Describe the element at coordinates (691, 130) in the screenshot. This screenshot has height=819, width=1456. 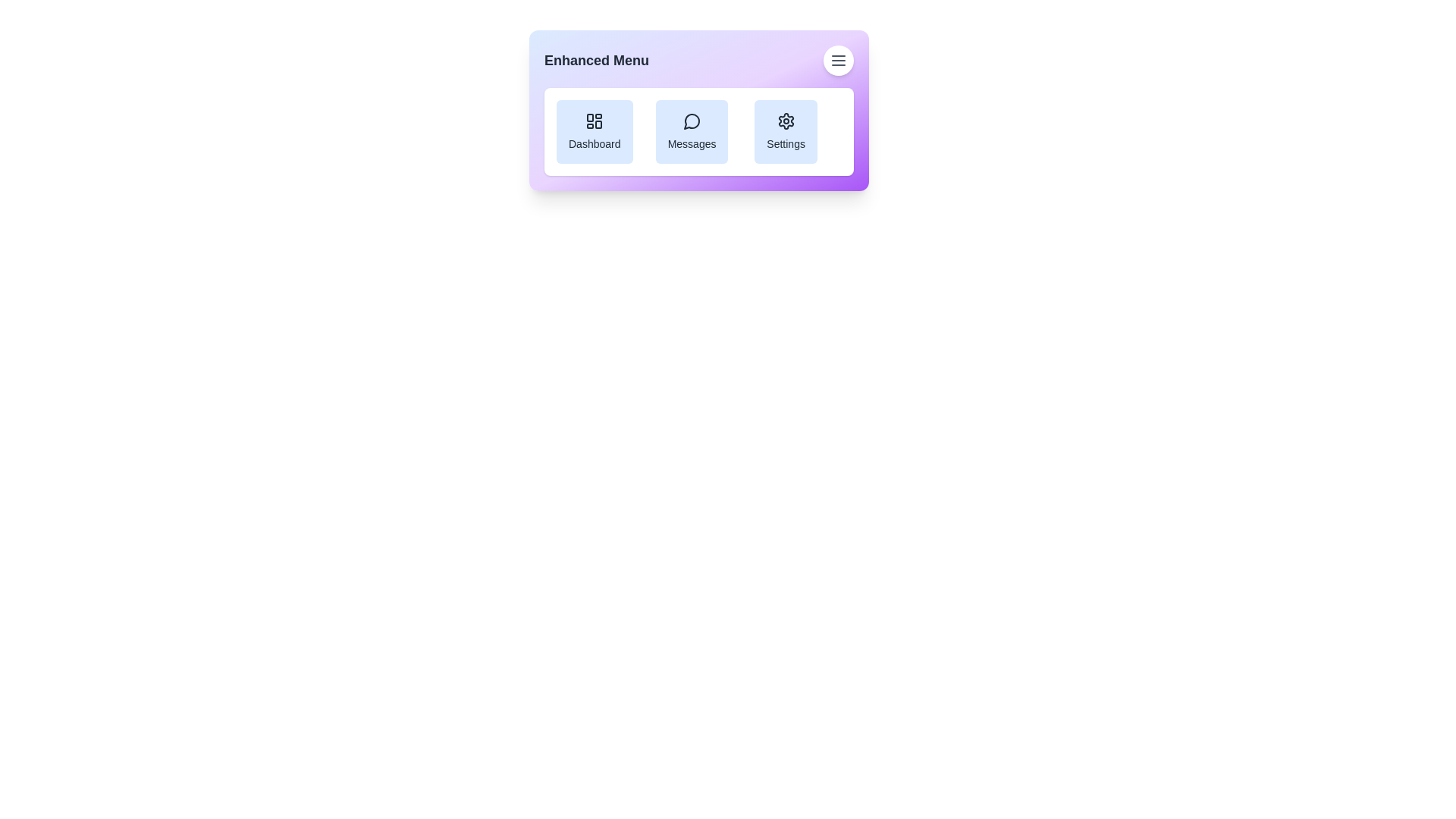
I see `the Messages button` at that location.